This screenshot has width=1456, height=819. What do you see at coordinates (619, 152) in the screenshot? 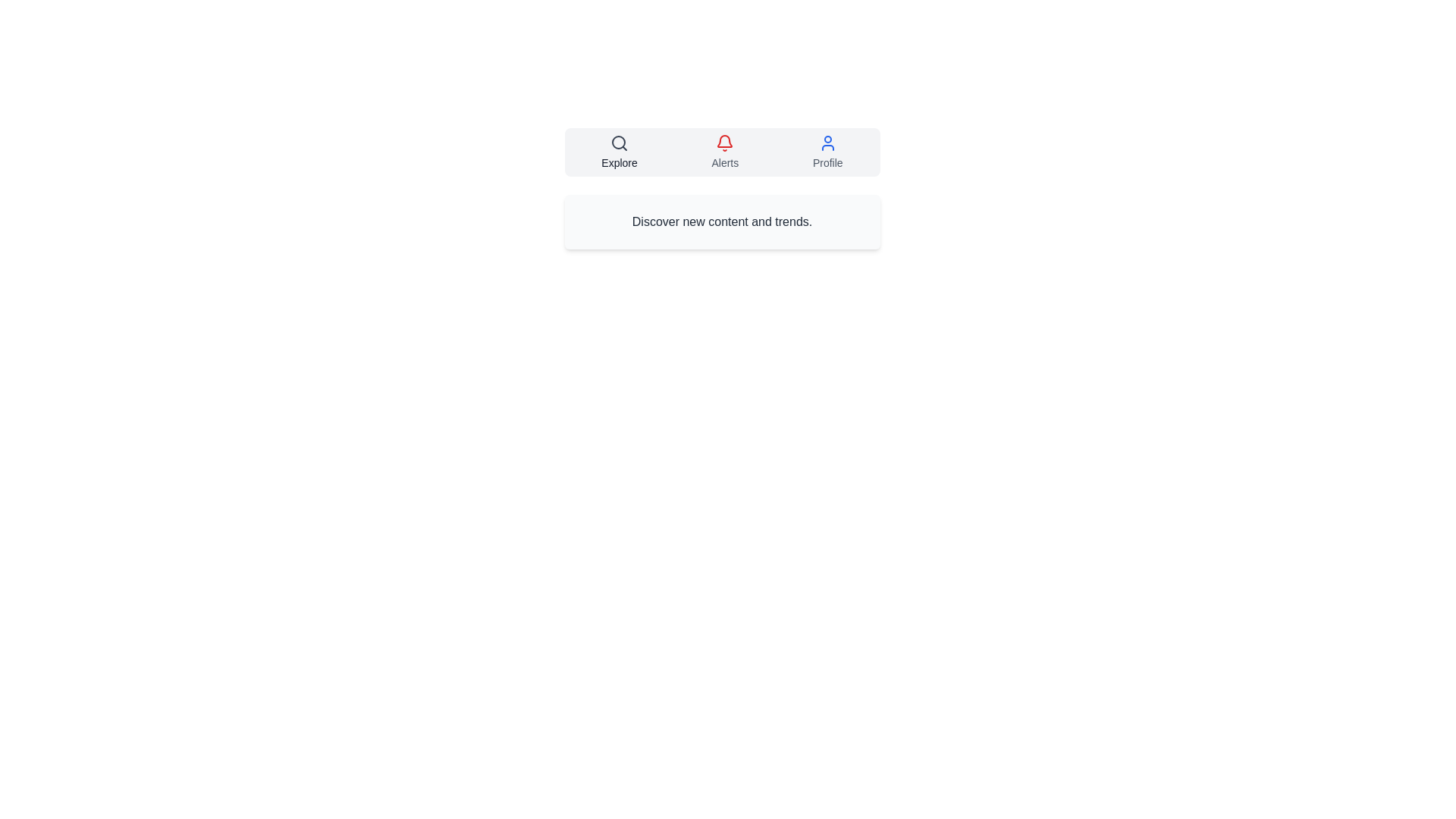
I see `the Explore tab to view its content` at bounding box center [619, 152].